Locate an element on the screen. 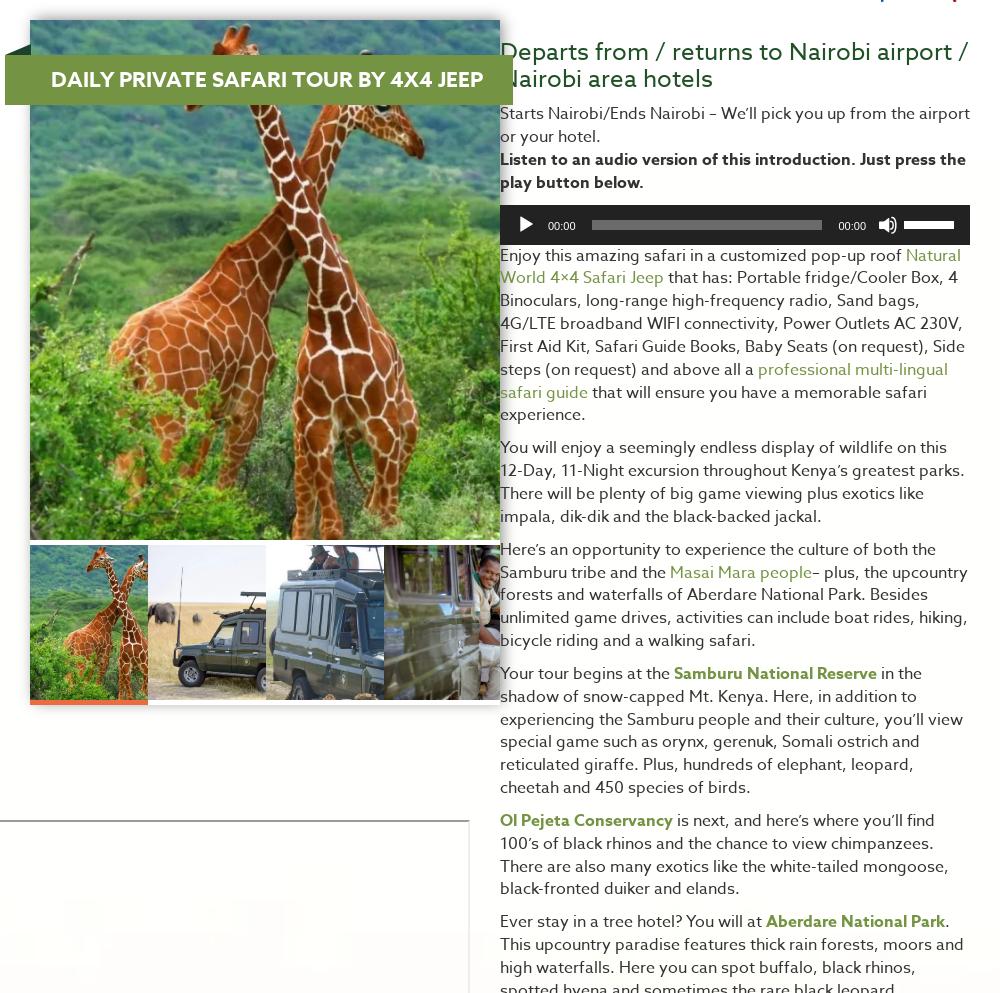 This screenshot has height=993, width=1000. 'Masai Mara people' is located at coordinates (670, 570).